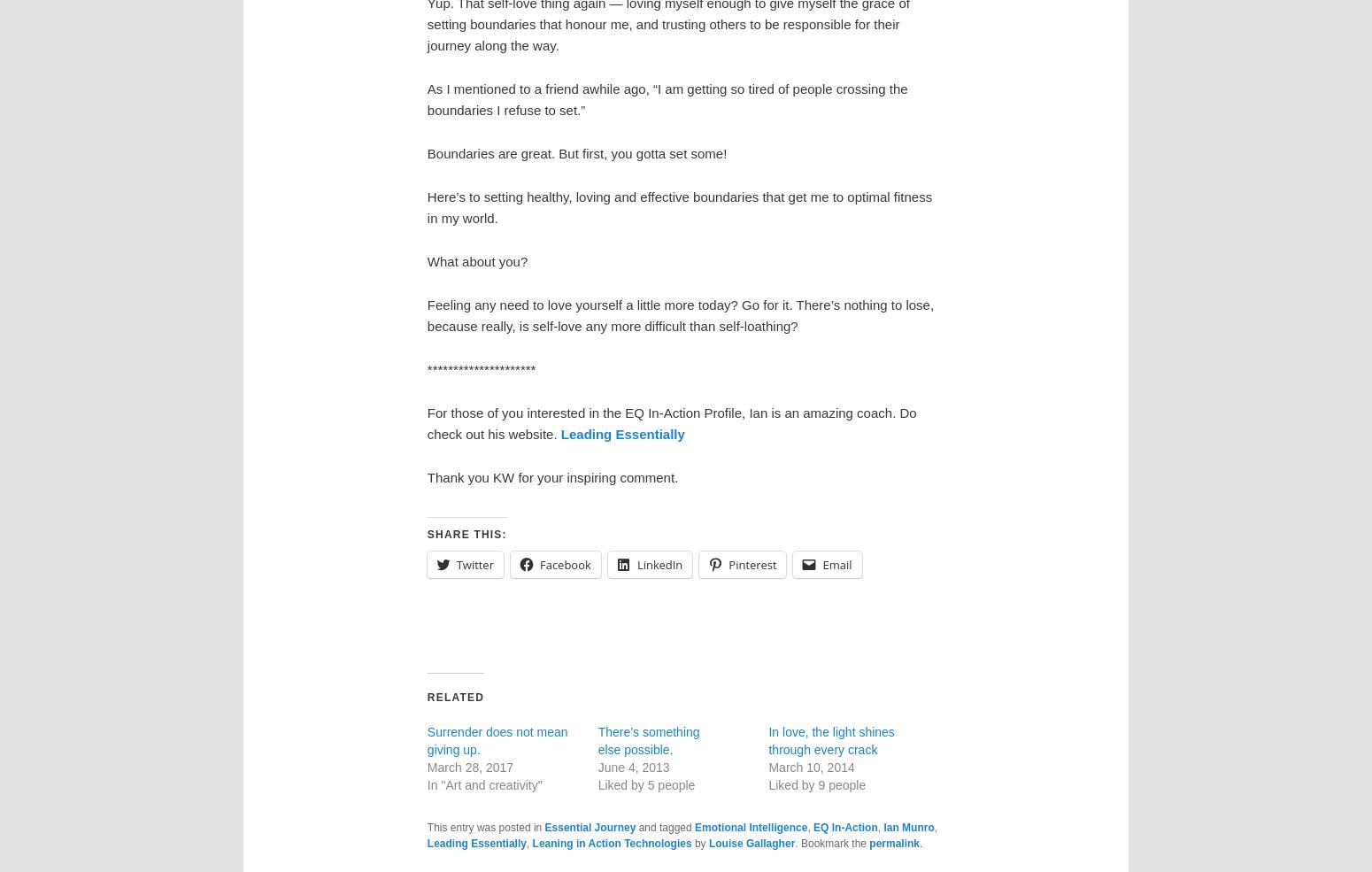 The height and width of the screenshot is (872, 1372). What do you see at coordinates (610, 843) in the screenshot?
I see `'Leaning in Action Technologies'` at bounding box center [610, 843].